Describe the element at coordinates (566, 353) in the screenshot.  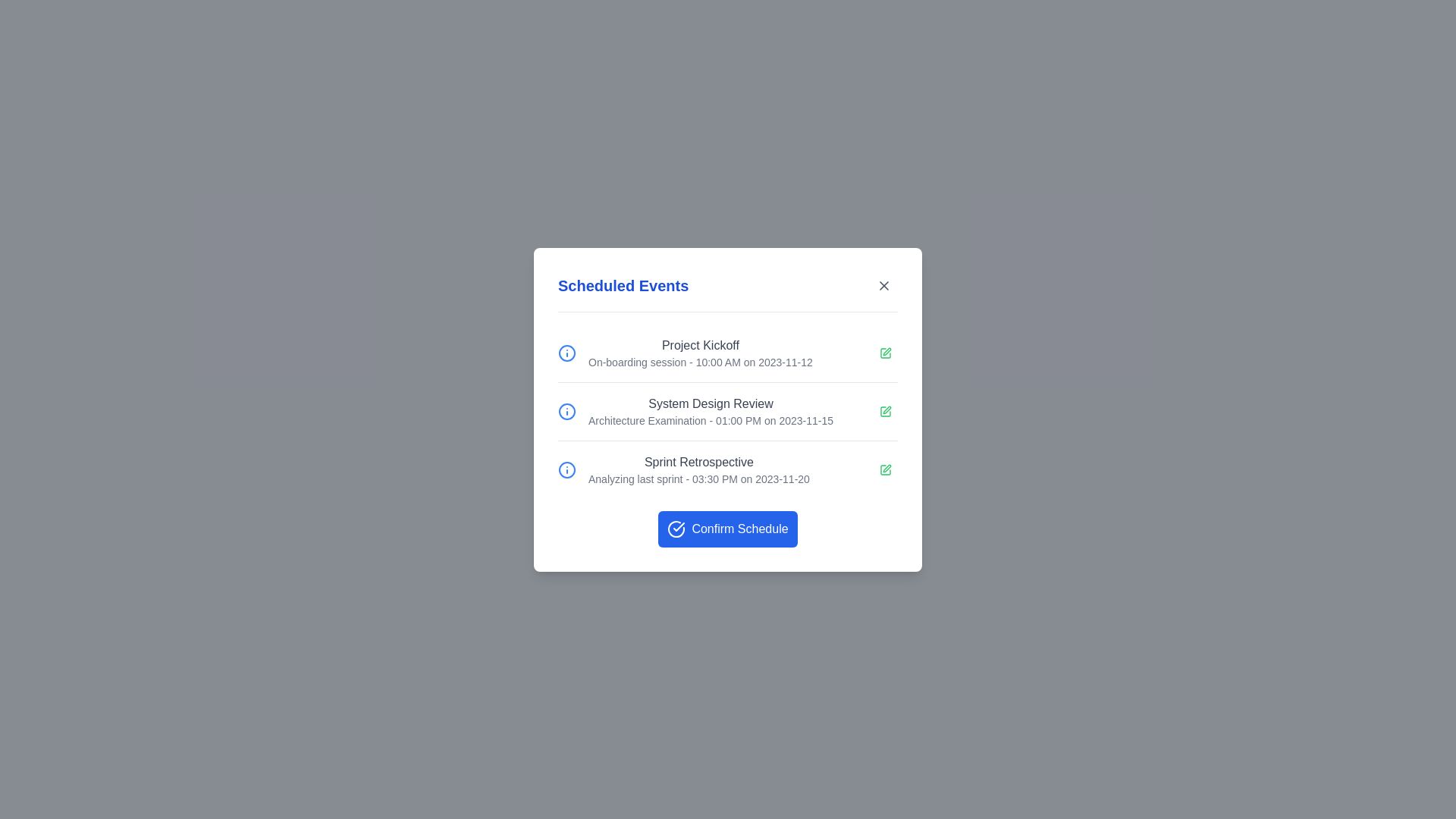
I see `the information icon for Project Kickoff to view more details` at that location.